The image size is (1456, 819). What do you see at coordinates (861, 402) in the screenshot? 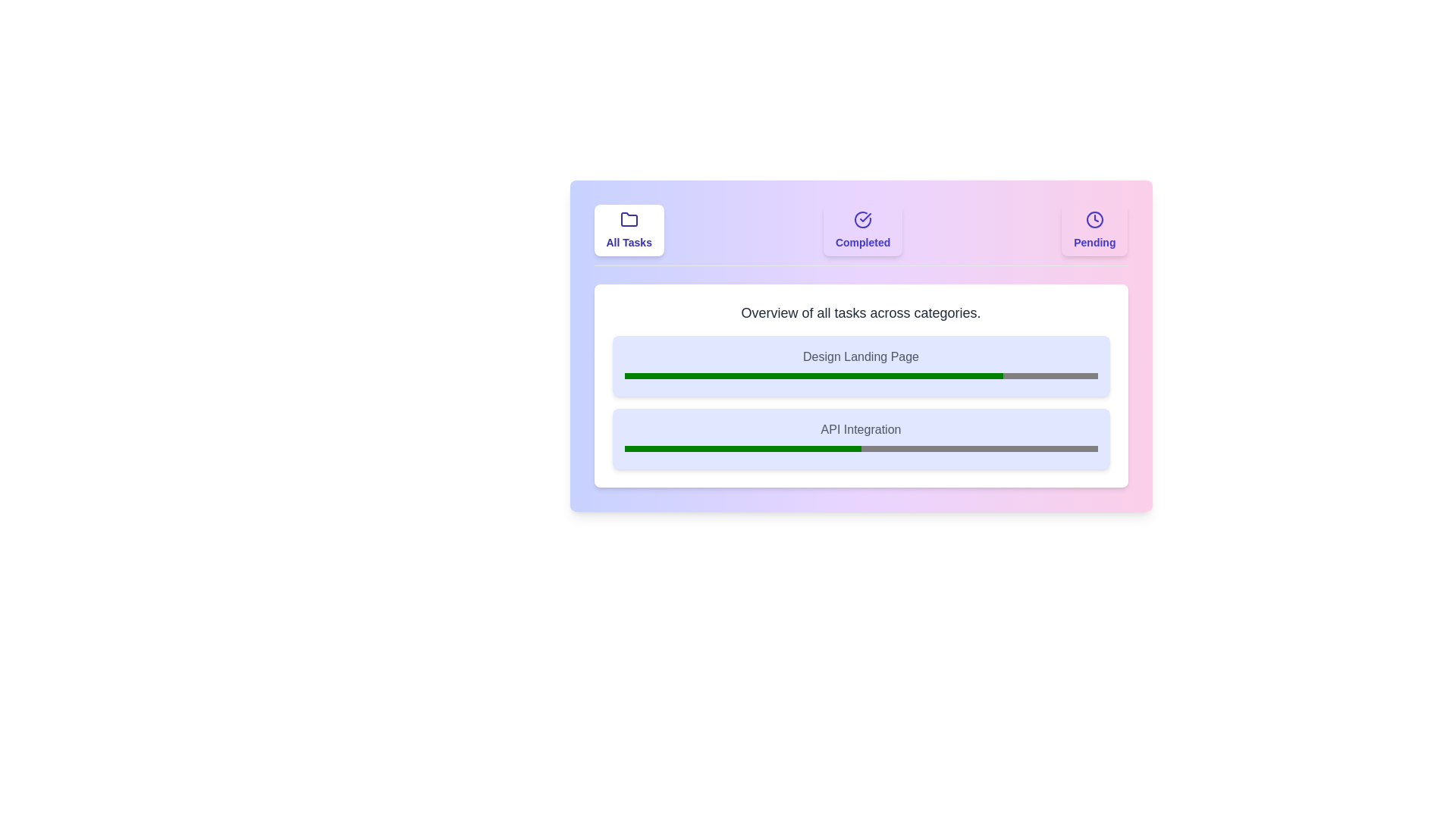
I see `the task progress display component which includes the titles 'Design Landing Page' and 'API Integration' along with their respective progress bars` at bounding box center [861, 402].